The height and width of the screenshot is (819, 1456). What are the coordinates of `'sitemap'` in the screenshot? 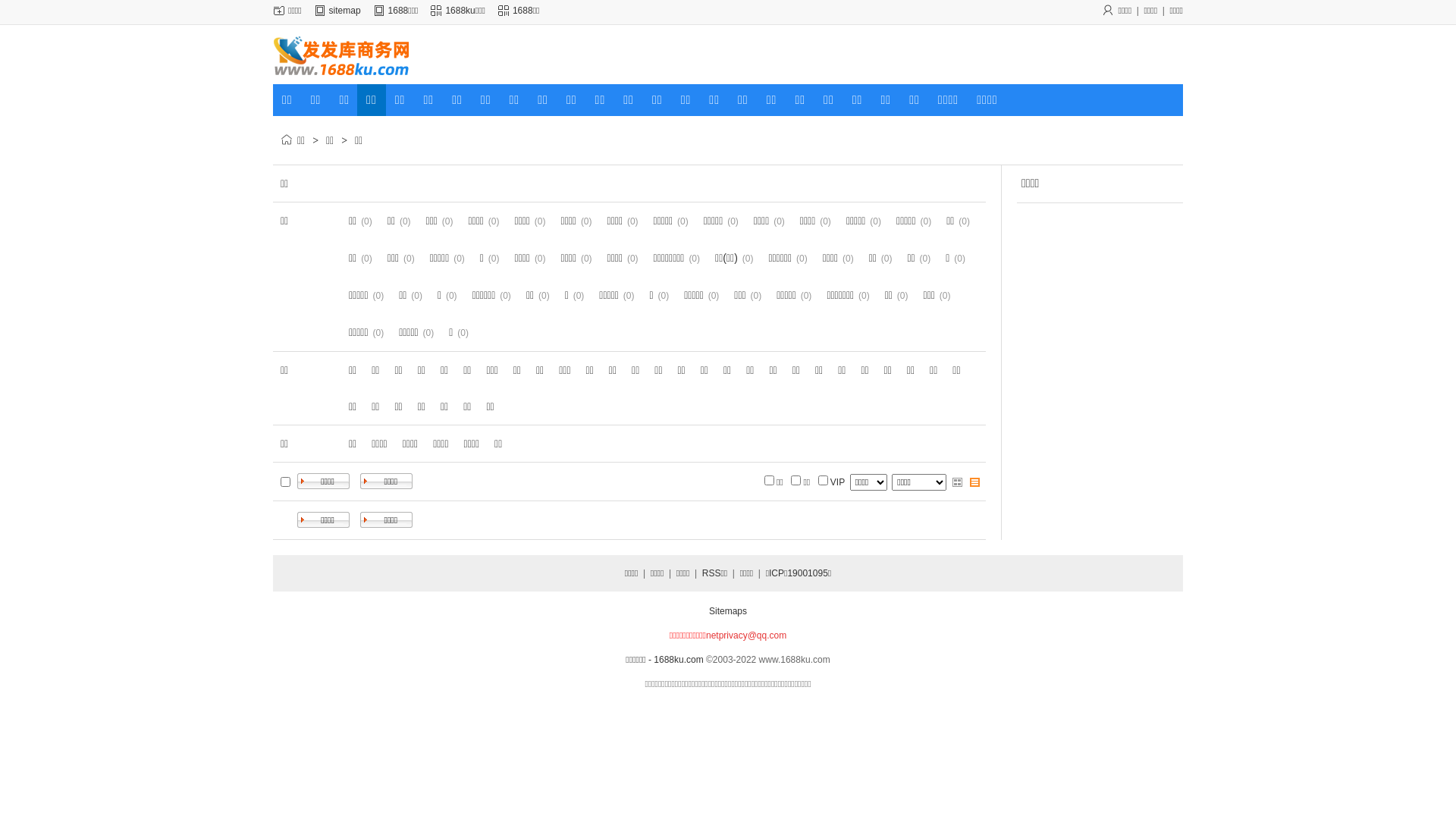 It's located at (344, 11).